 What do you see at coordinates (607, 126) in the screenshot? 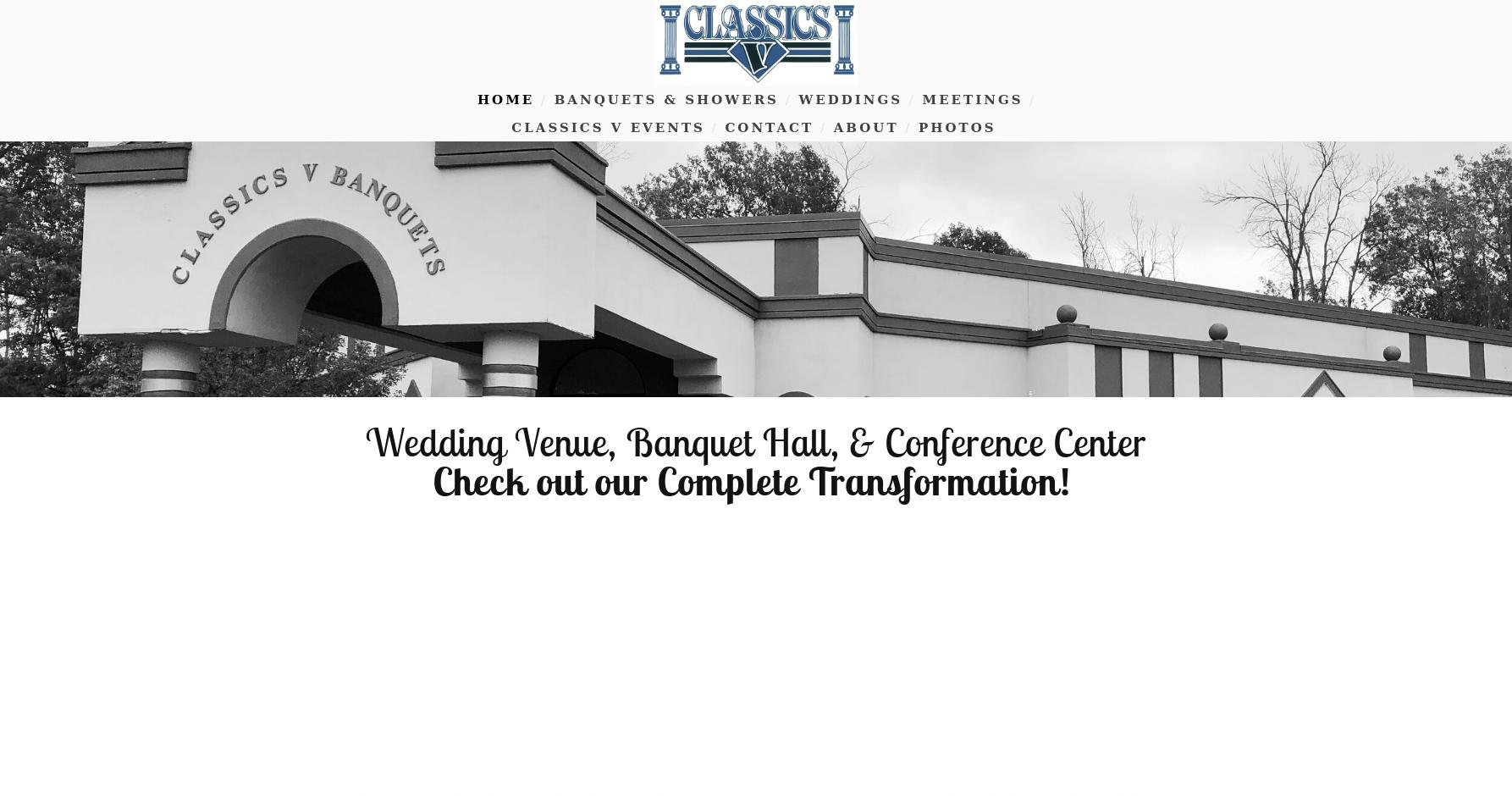
I see `'Classics V Events'` at bounding box center [607, 126].